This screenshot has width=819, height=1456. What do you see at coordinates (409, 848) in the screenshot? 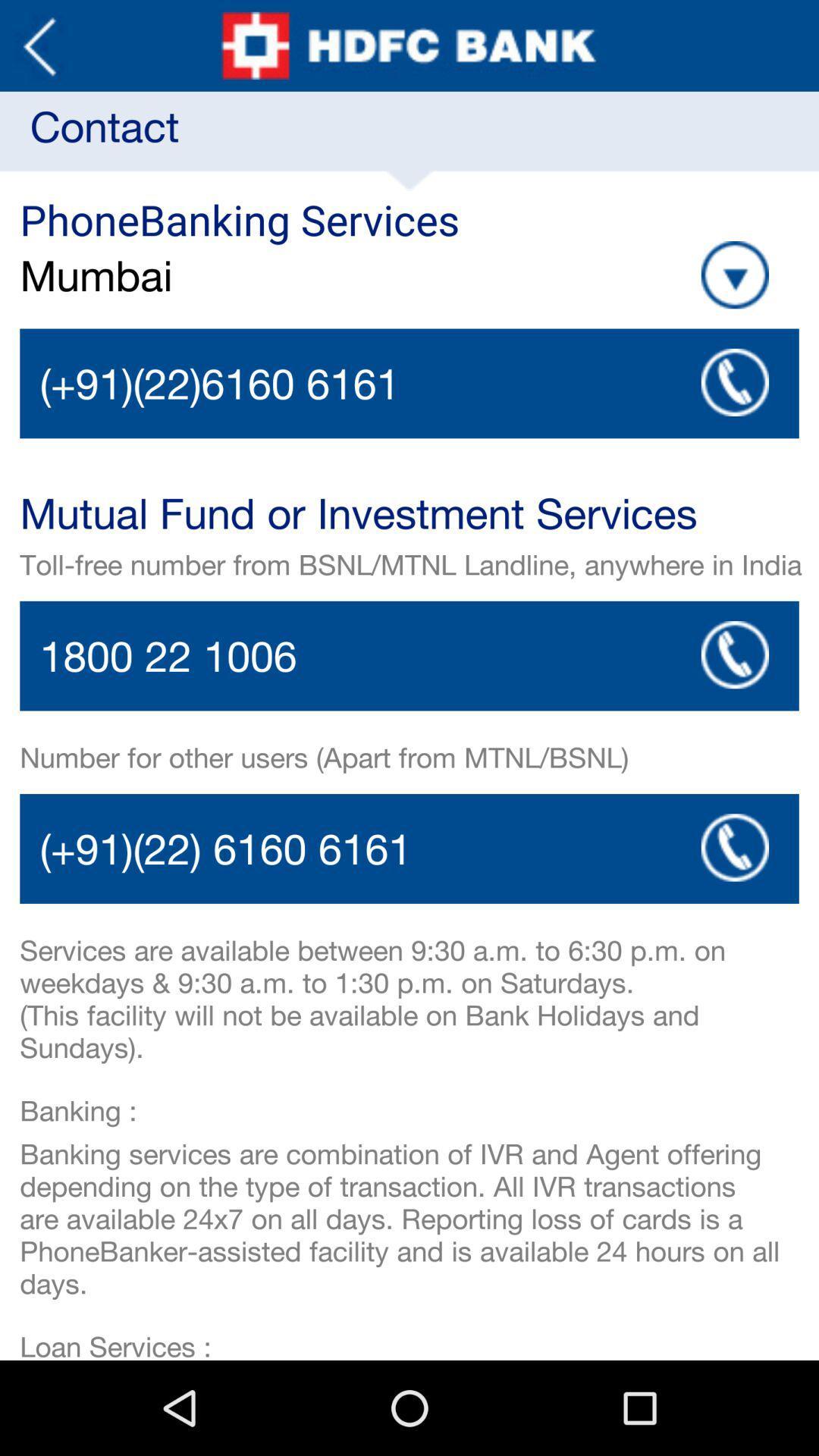
I see `call the phone number` at bounding box center [409, 848].